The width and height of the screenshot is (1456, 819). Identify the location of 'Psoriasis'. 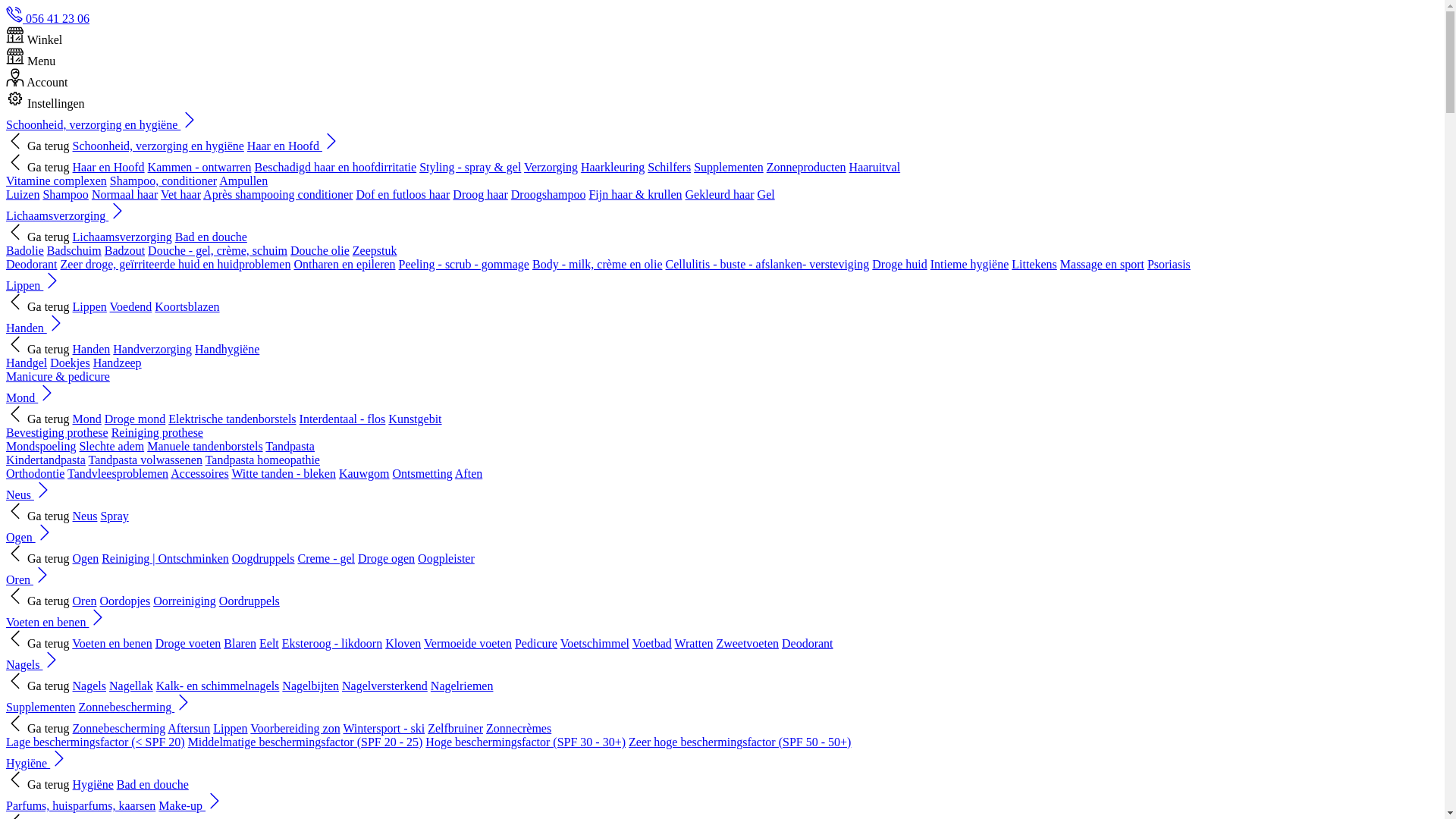
(1168, 263).